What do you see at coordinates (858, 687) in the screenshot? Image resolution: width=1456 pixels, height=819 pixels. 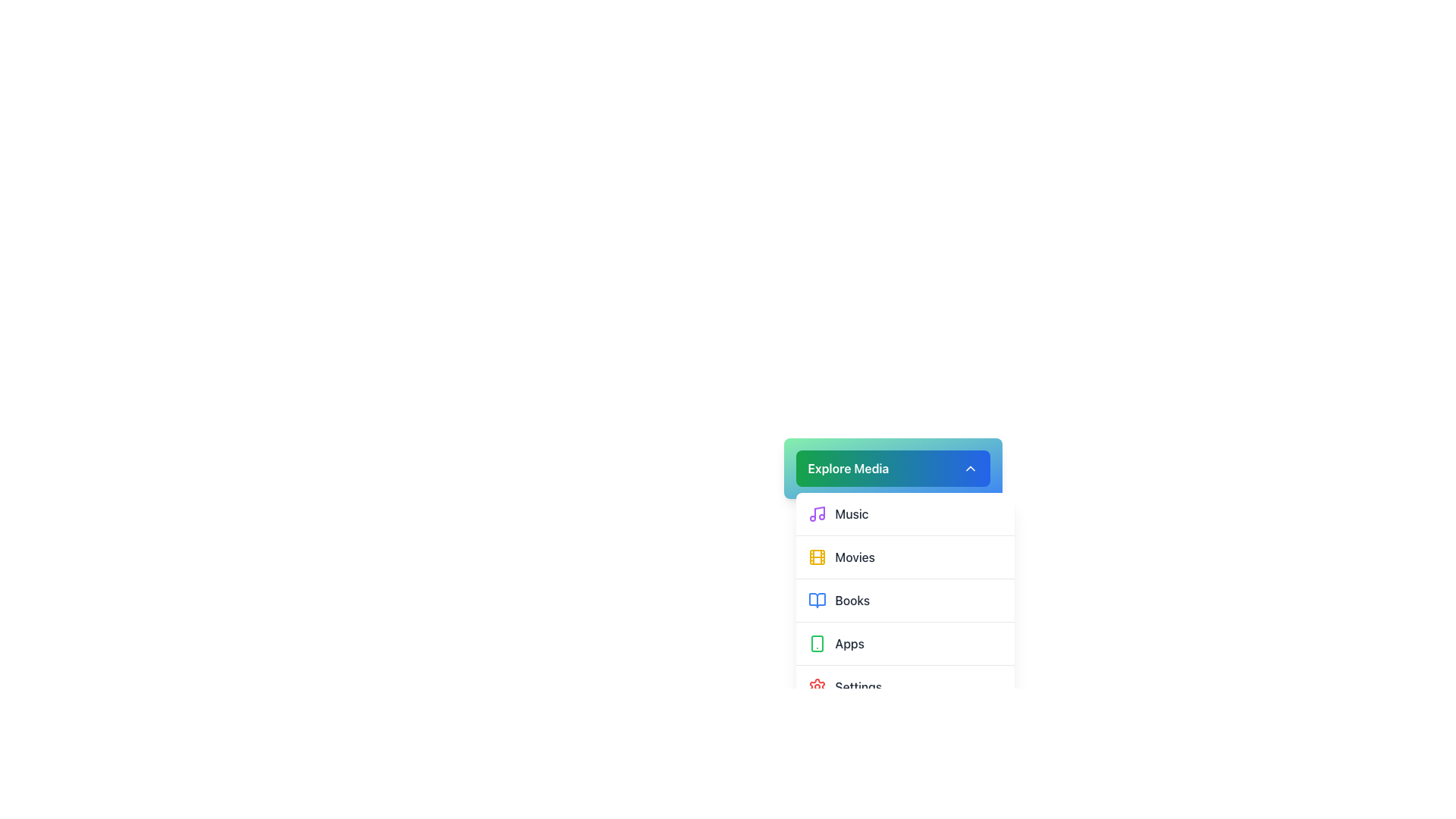 I see `the 'Settings' text label displayed in medium-sized gray font, which is positioned to the right of a red settings icon` at bounding box center [858, 687].